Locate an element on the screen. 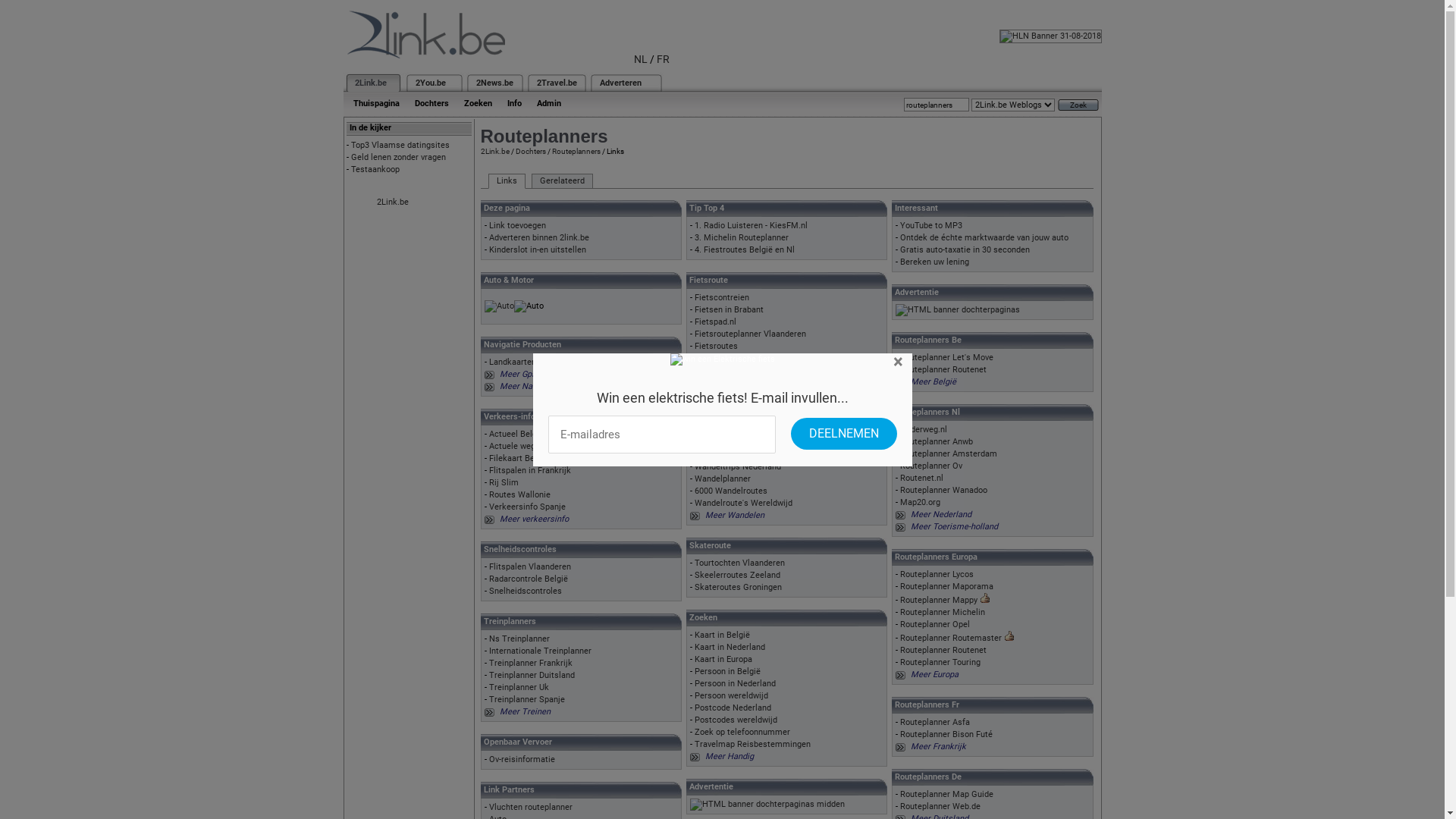 This screenshot has width=1456, height=819. 'Tourtochten Vlaanderen' is located at coordinates (694, 563).